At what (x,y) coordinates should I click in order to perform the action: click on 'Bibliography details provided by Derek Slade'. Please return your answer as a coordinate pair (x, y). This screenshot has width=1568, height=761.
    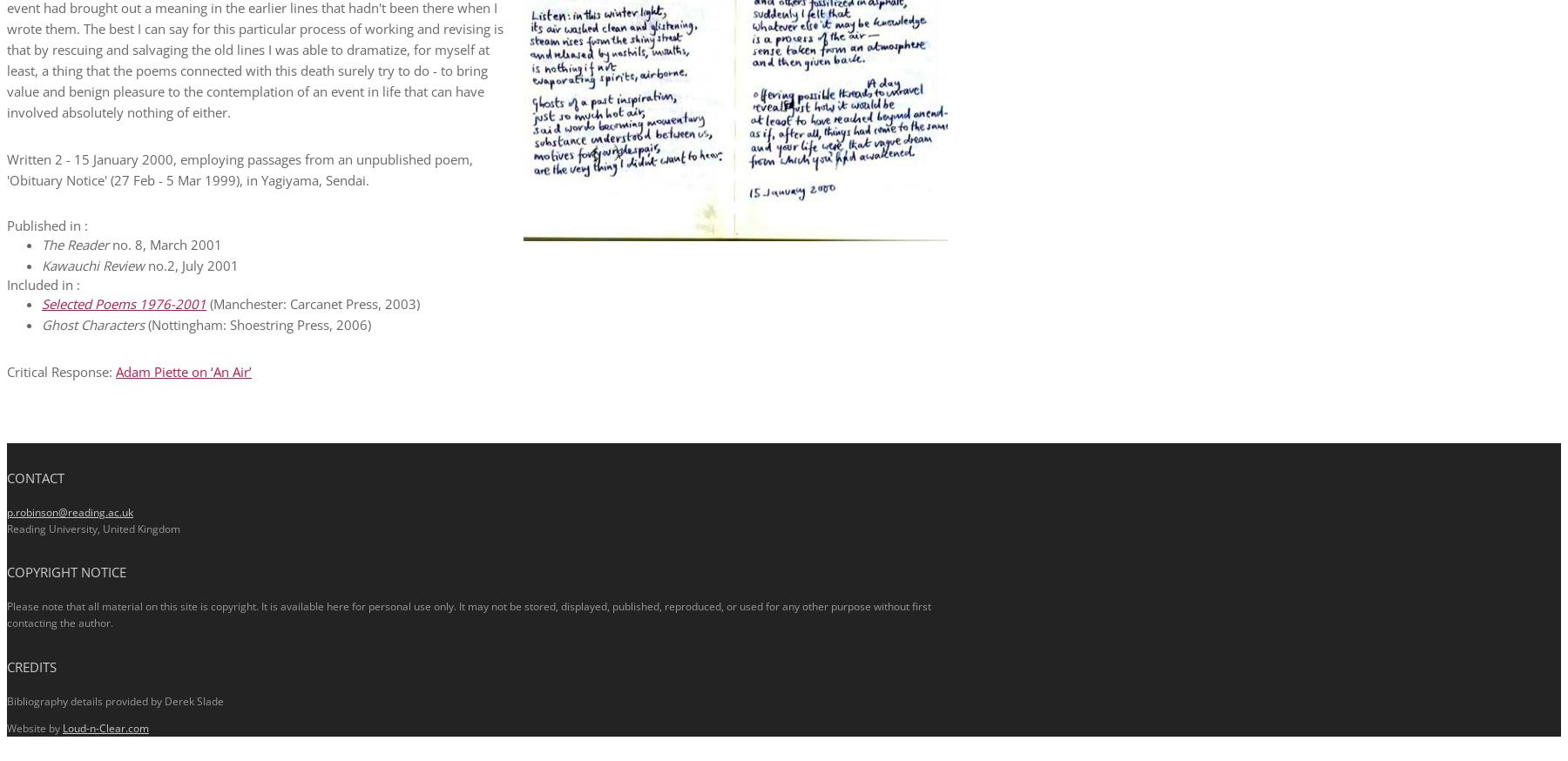
    Looking at the image, I should click on (115, 700).